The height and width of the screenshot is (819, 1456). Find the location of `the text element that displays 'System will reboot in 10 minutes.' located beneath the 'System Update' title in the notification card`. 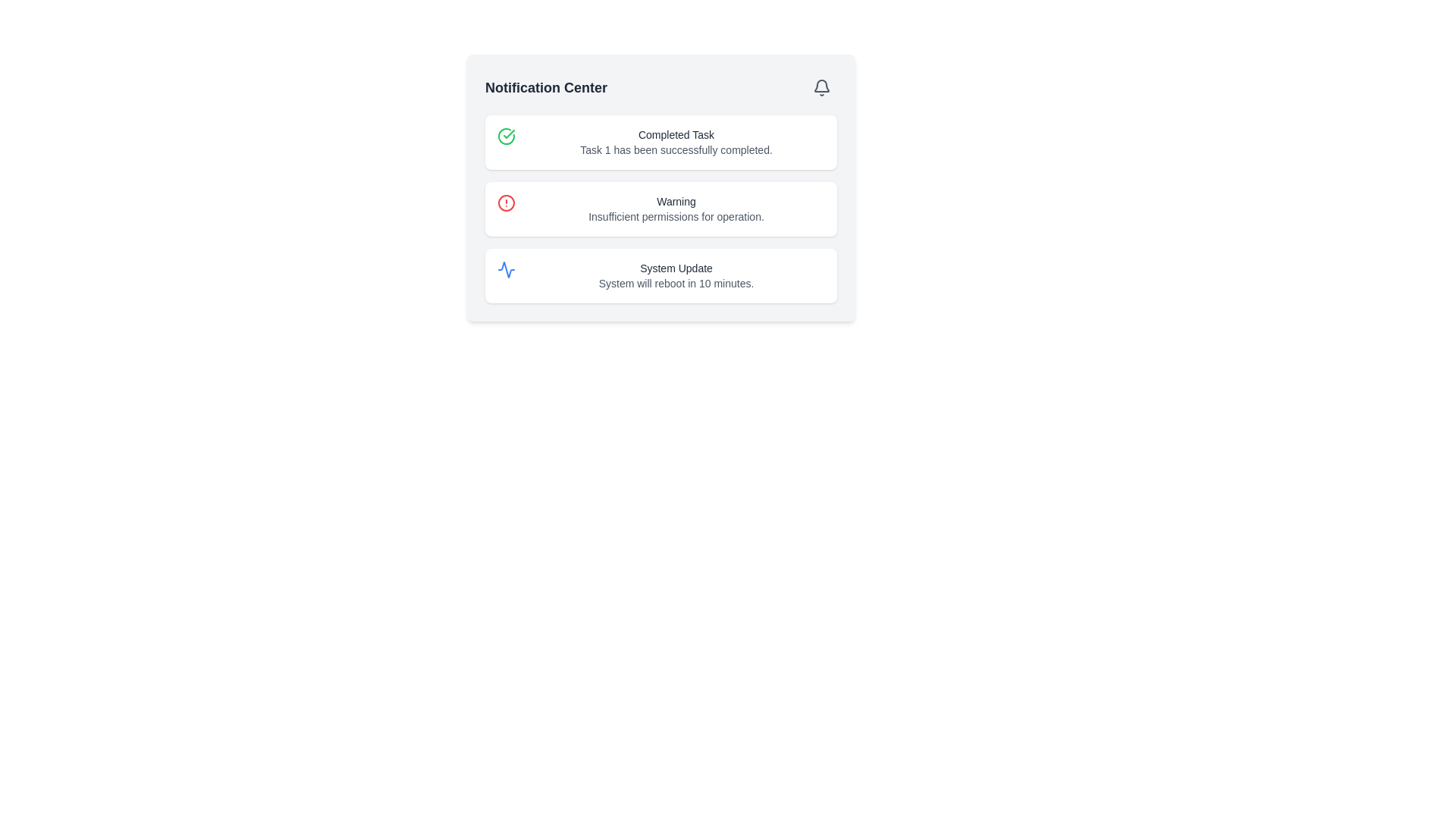

the text element that displays 'System will reboot in 10 minutes.' located beneath the 'System Update' title in the notification card is located at coordinates (676, 284).